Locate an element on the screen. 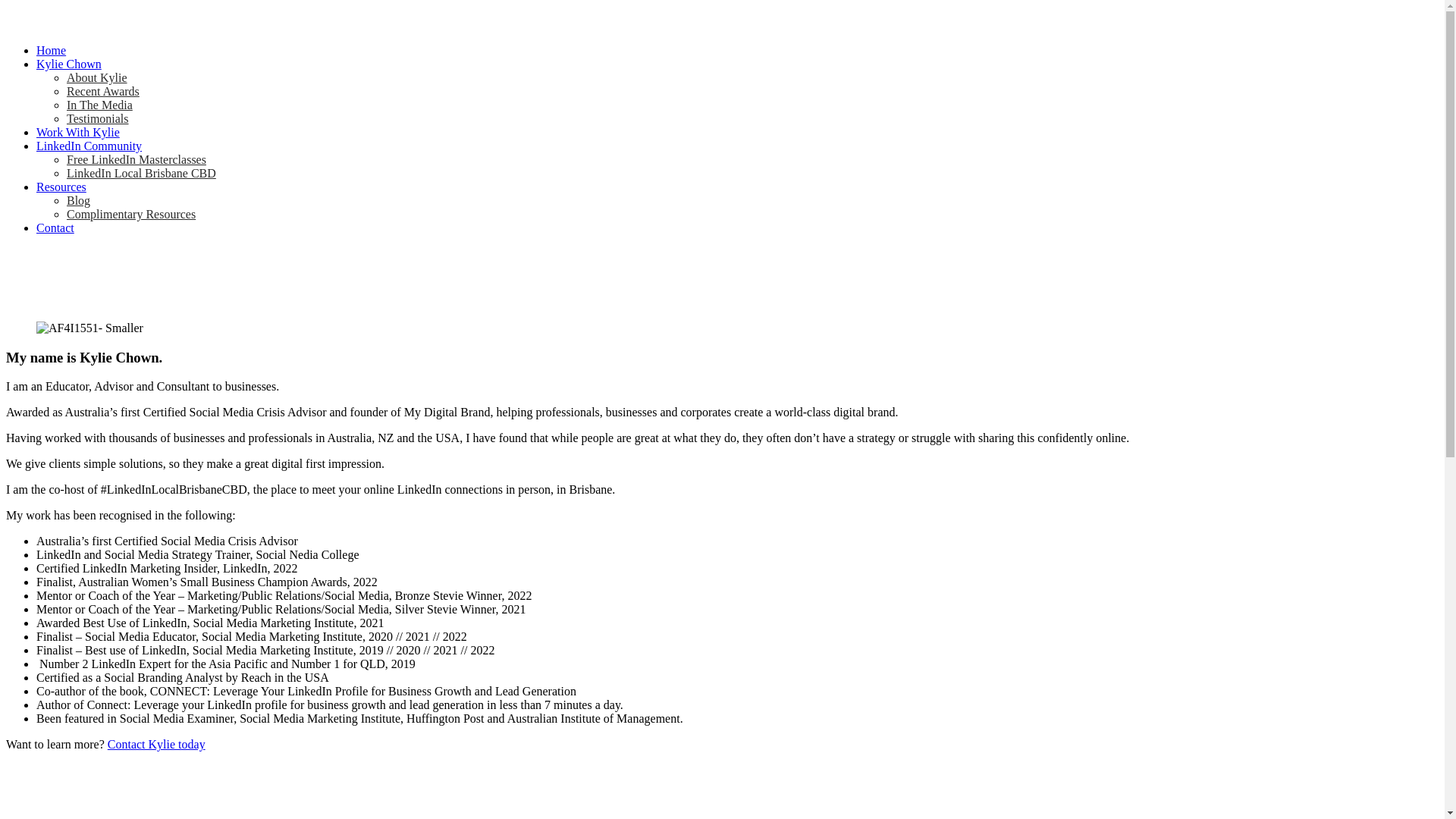 The width and height of the screenshot is (1456, 819). 'Work With Kylie' is located at coordinates (77, 131).